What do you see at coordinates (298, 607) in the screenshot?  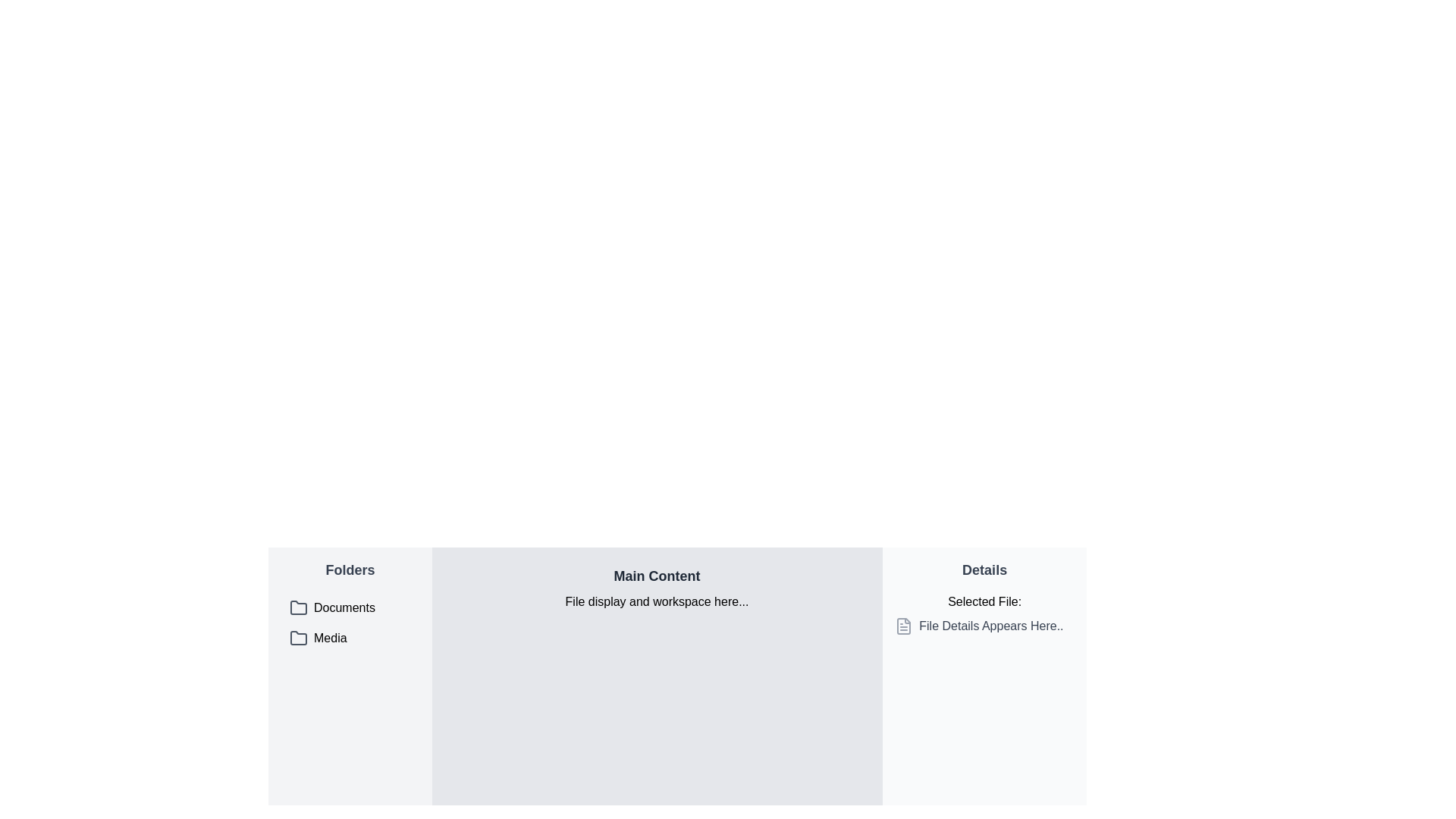 I see `the folder icon located in the 'Folders' column, which is the first icon in a vertical list and is adjacent to the label 'Documents'` at bounding box center [298, 607].